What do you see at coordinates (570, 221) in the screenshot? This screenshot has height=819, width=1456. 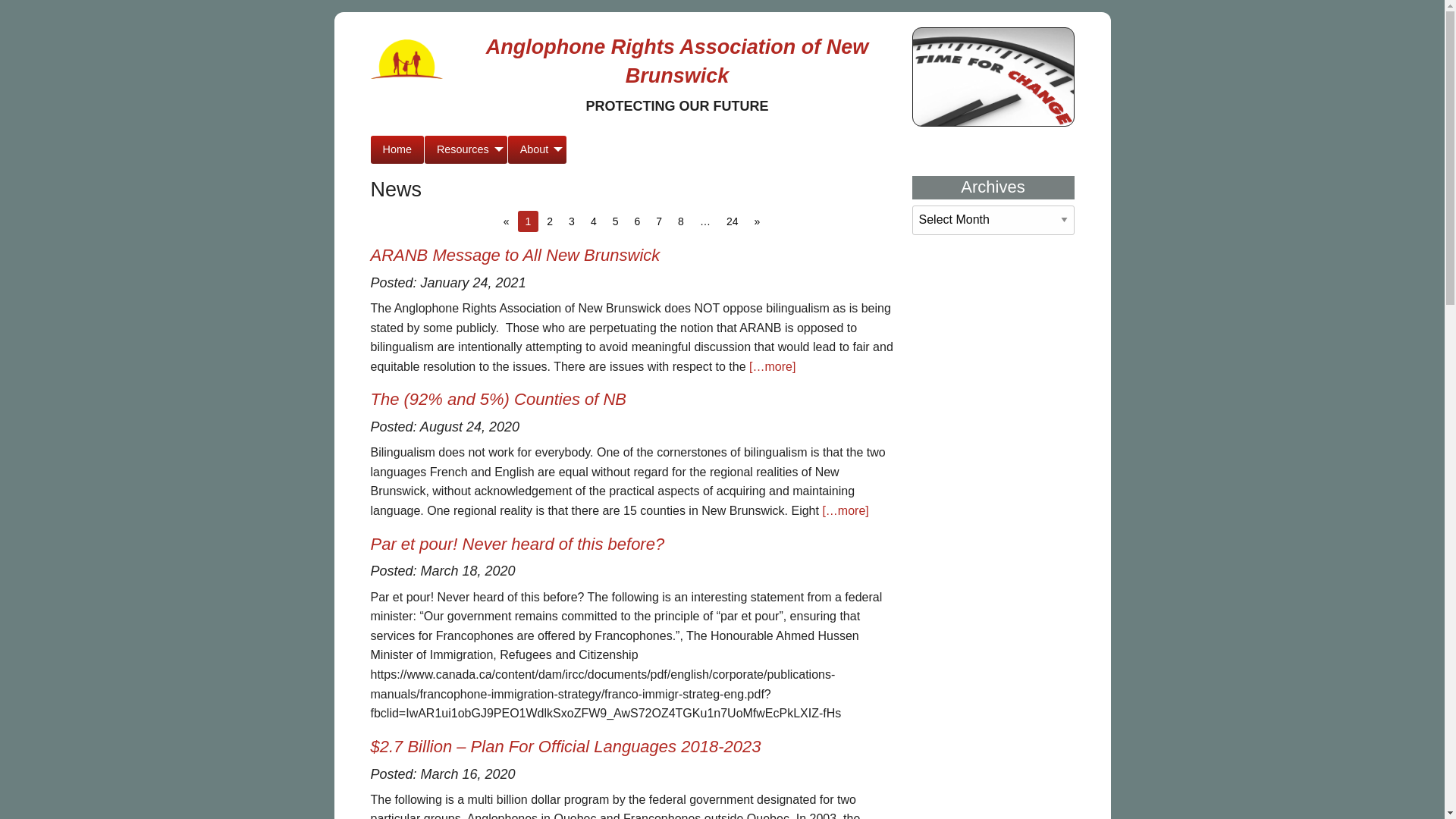 I see `'3'` at bounding box center [570, 221].